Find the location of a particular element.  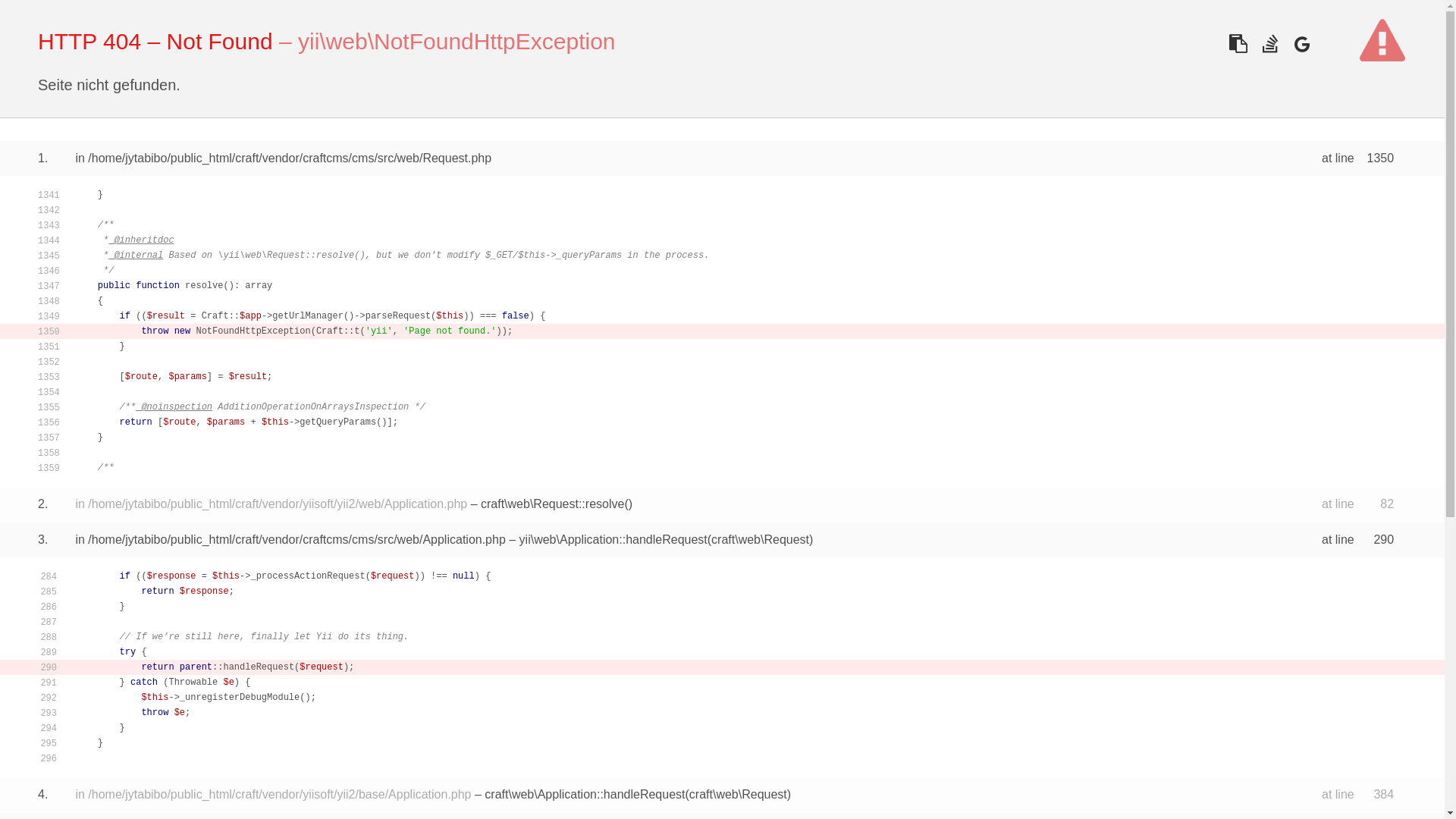

'yii\web\NotFoundHttpException' is located at coordinates (456, 40).